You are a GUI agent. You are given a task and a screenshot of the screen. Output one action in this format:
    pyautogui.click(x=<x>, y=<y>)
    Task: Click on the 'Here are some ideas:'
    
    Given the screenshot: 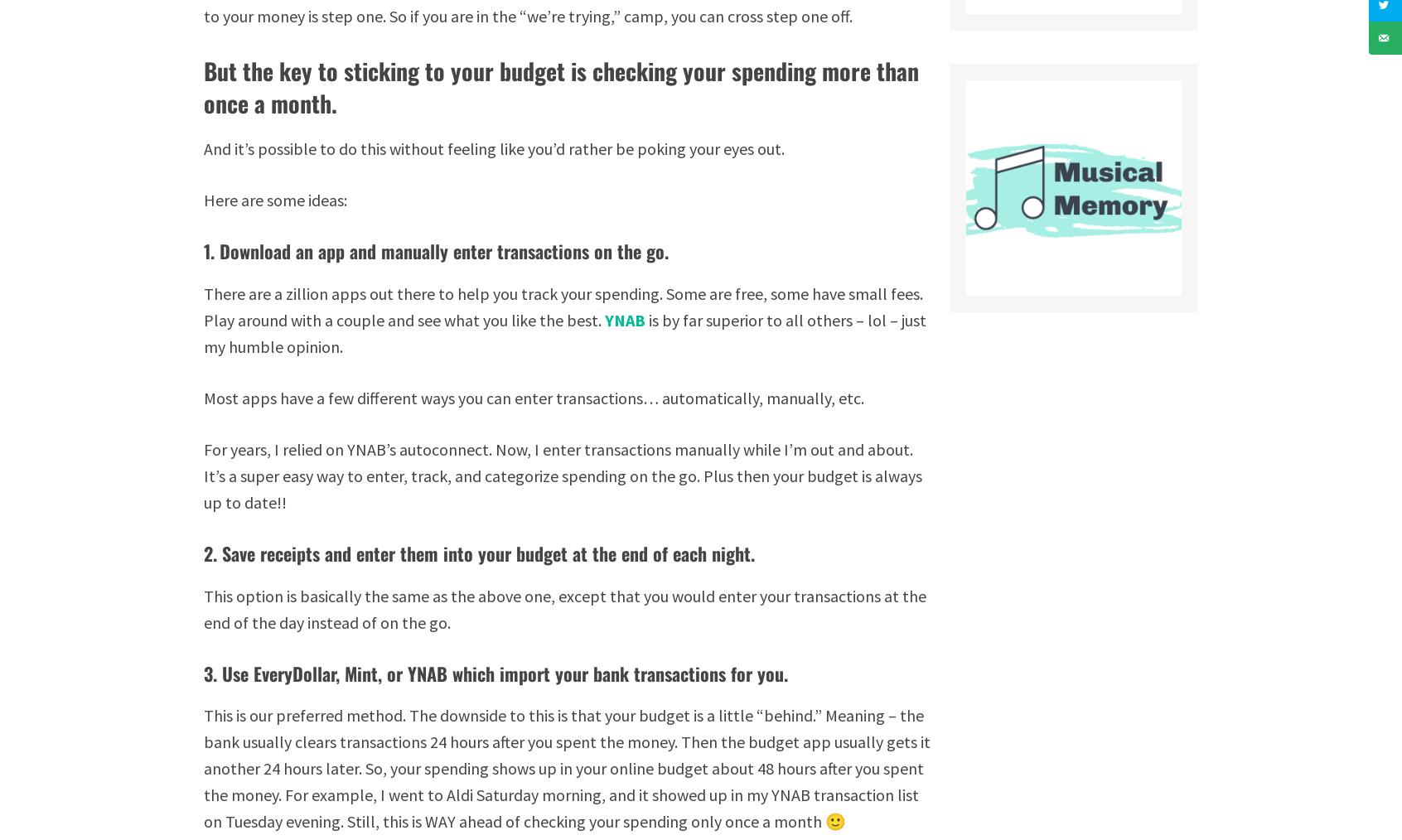 What is the action you would take?
    pyautogui.click(x=204, y=199)
    